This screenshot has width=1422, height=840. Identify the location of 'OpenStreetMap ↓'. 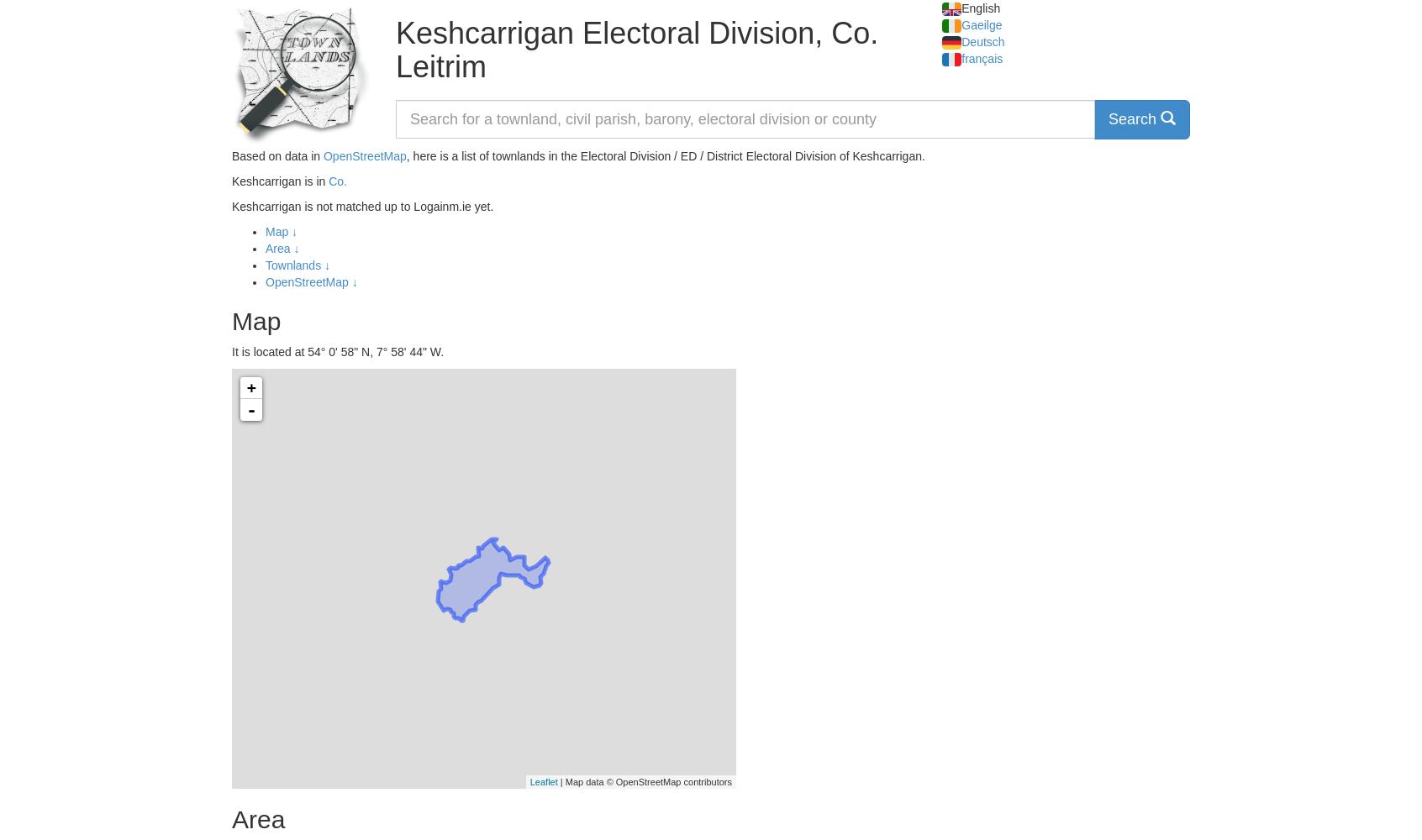
(311, 281).